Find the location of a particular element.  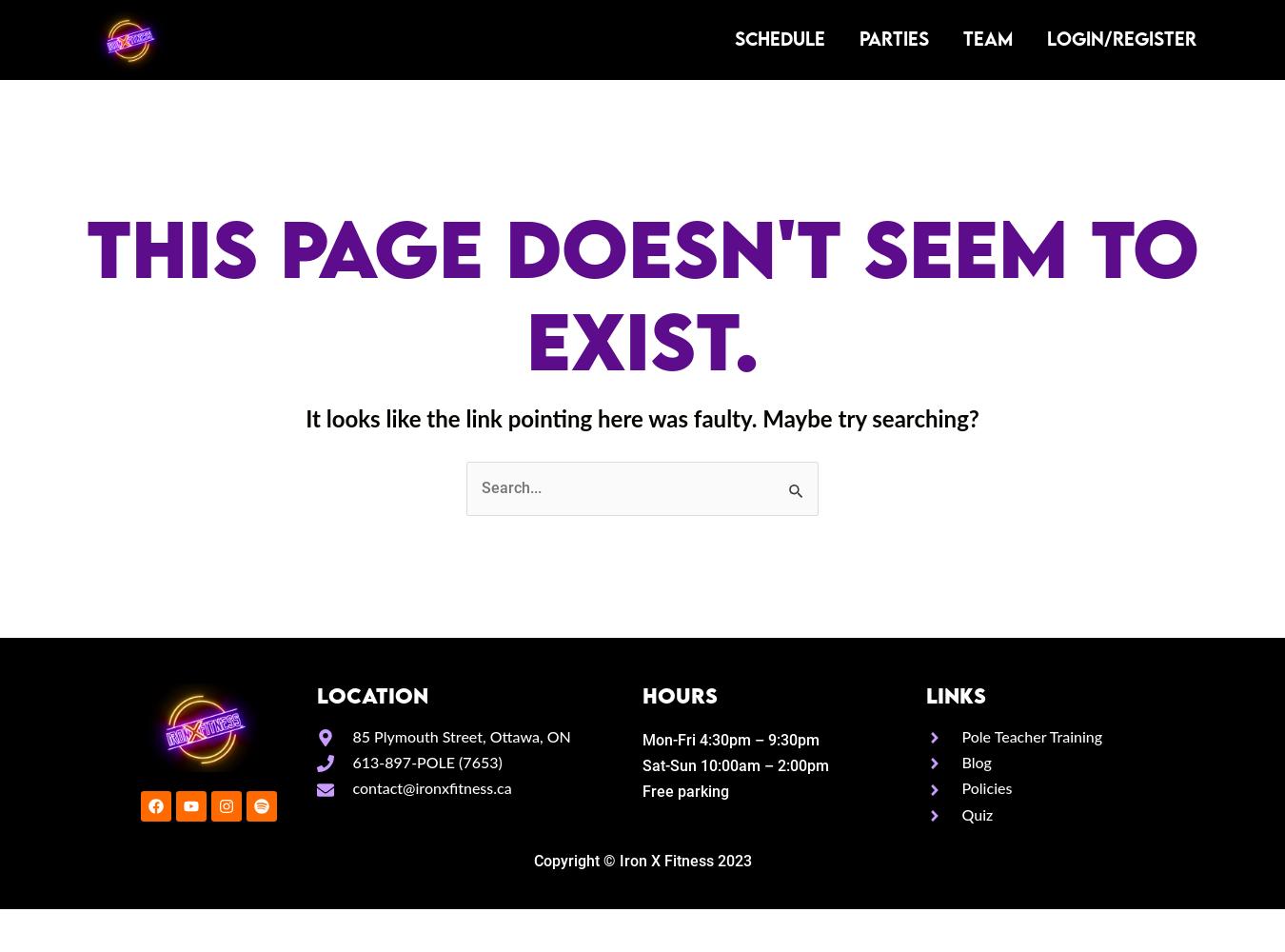

'This page doesn't seem to exist.' is located at coordinates (642, 293).